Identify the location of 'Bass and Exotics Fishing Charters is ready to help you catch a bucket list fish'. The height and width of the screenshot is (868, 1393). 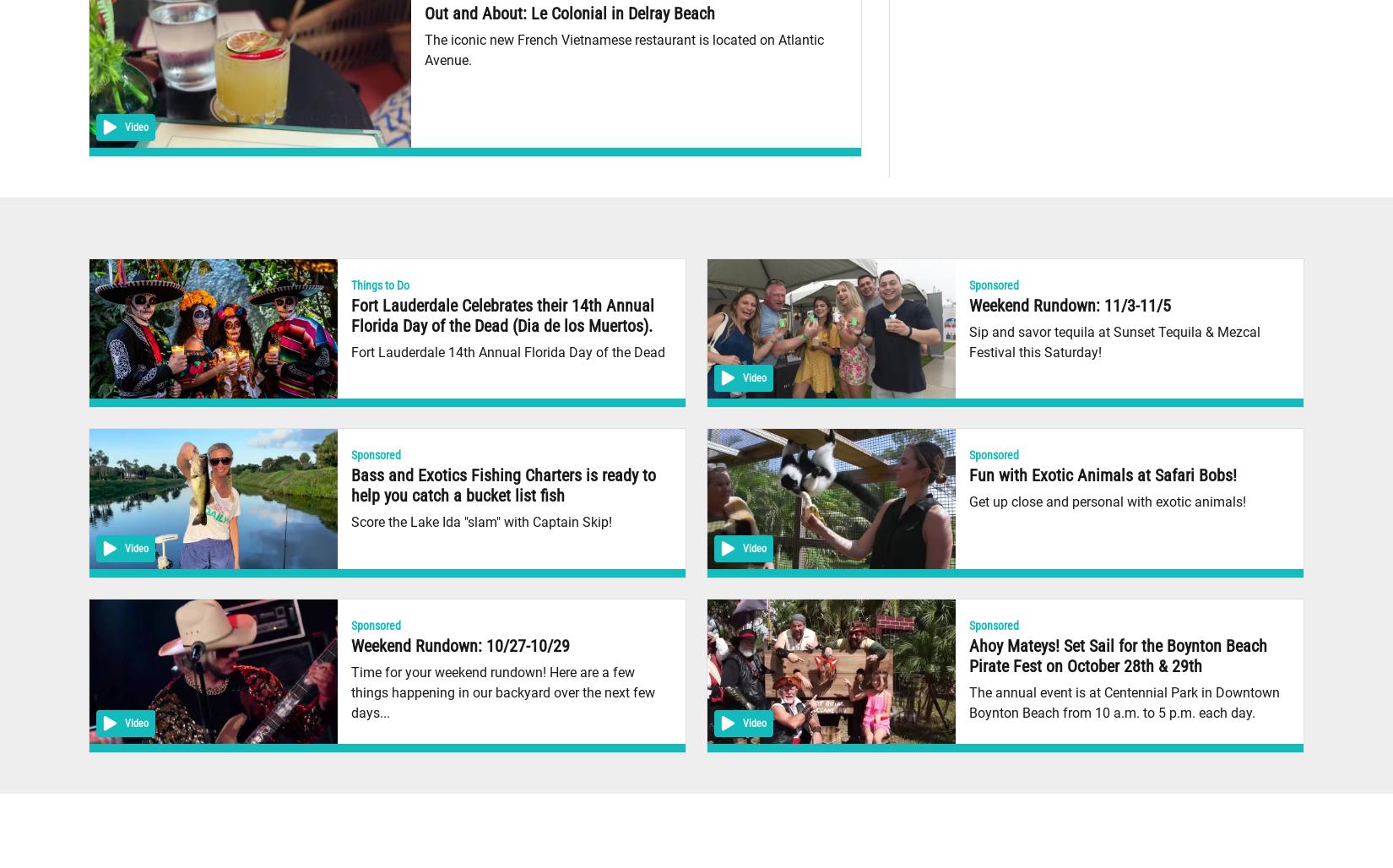
(350, 485).